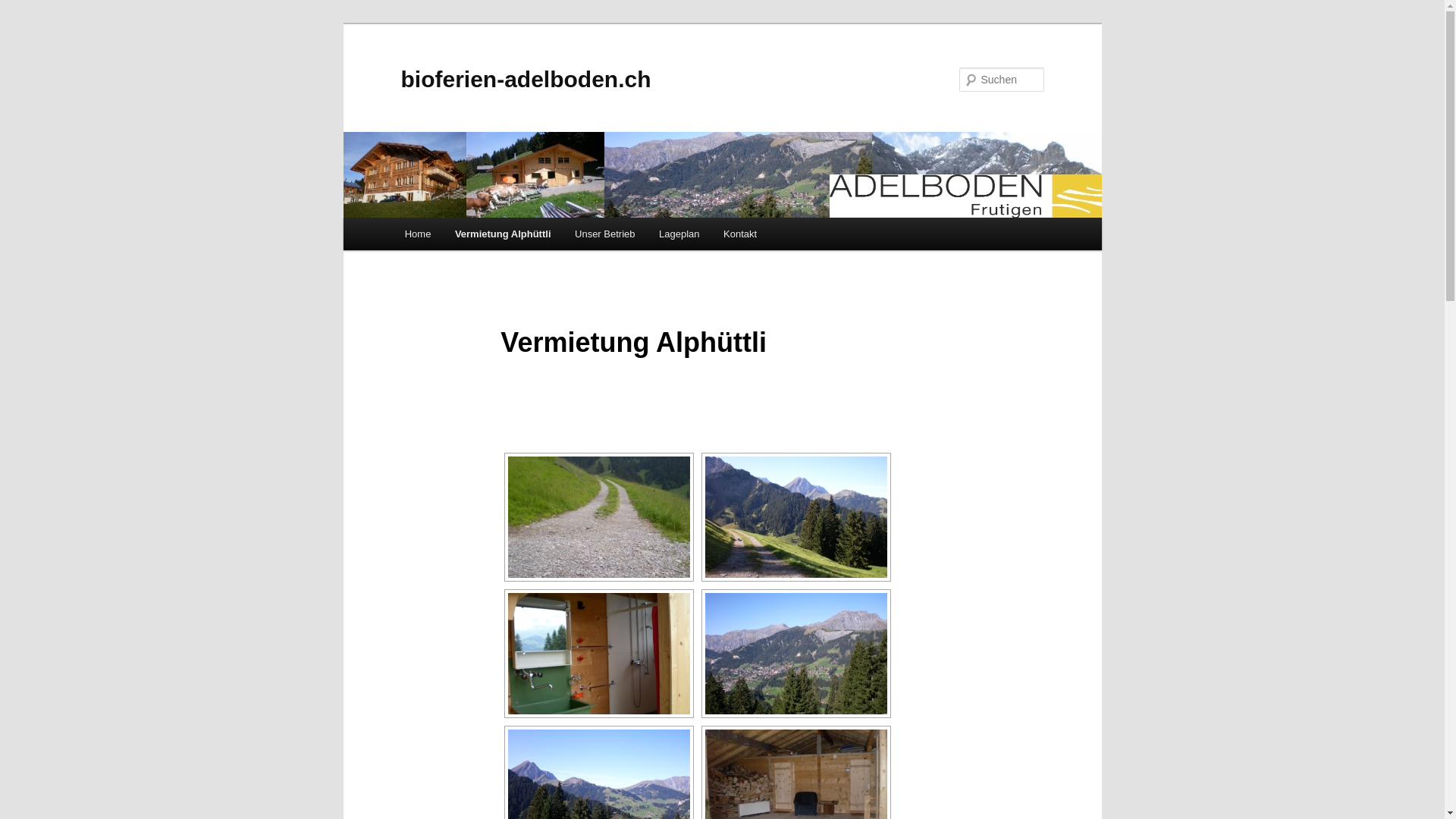 The image size is (1456, 819). What do you see at coordinates (25, 8) in the screenshot?
I see `'Suchen'` at bounding box center [25, 8].